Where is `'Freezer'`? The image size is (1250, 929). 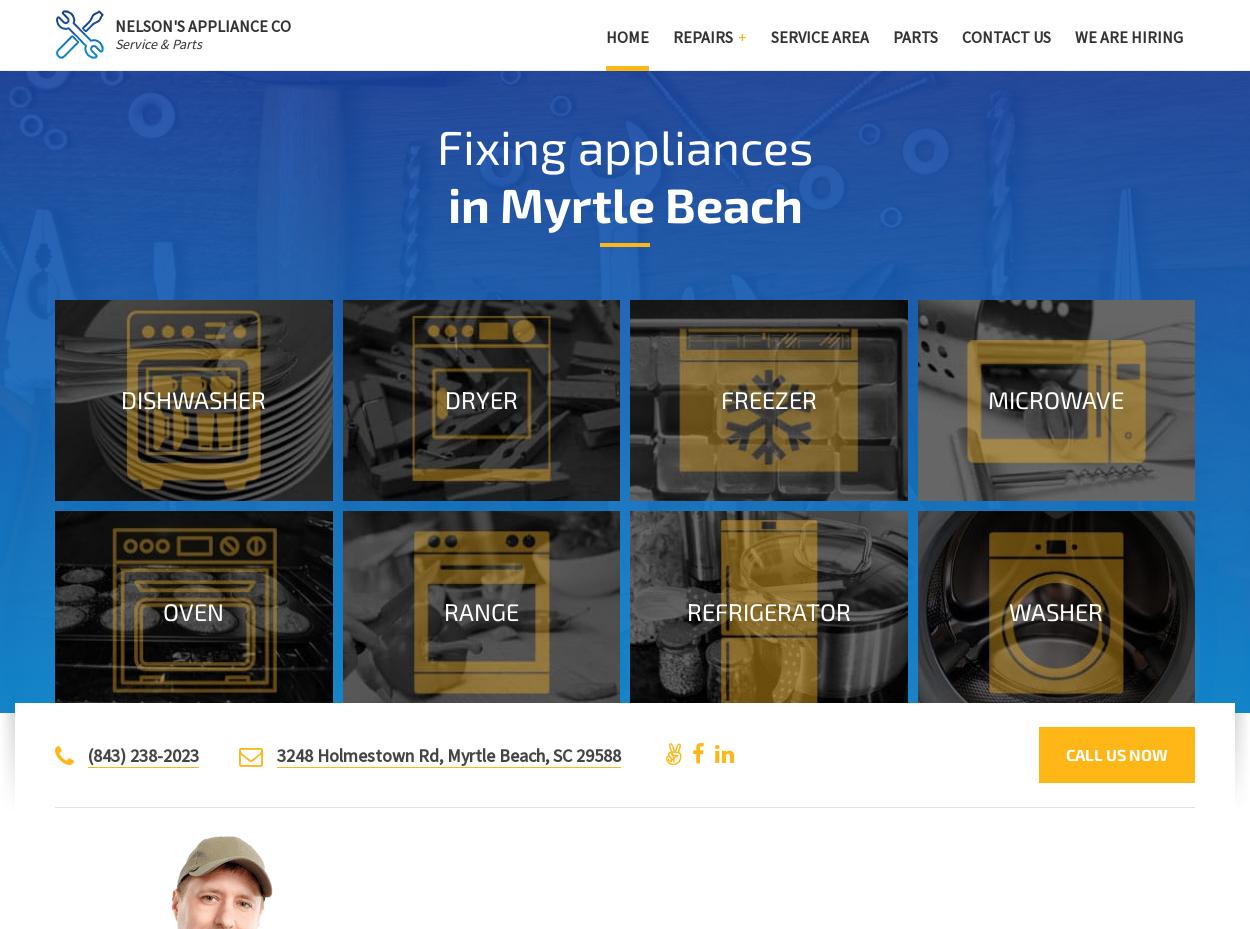 'Freezer' is located at coordinates (767, 398).